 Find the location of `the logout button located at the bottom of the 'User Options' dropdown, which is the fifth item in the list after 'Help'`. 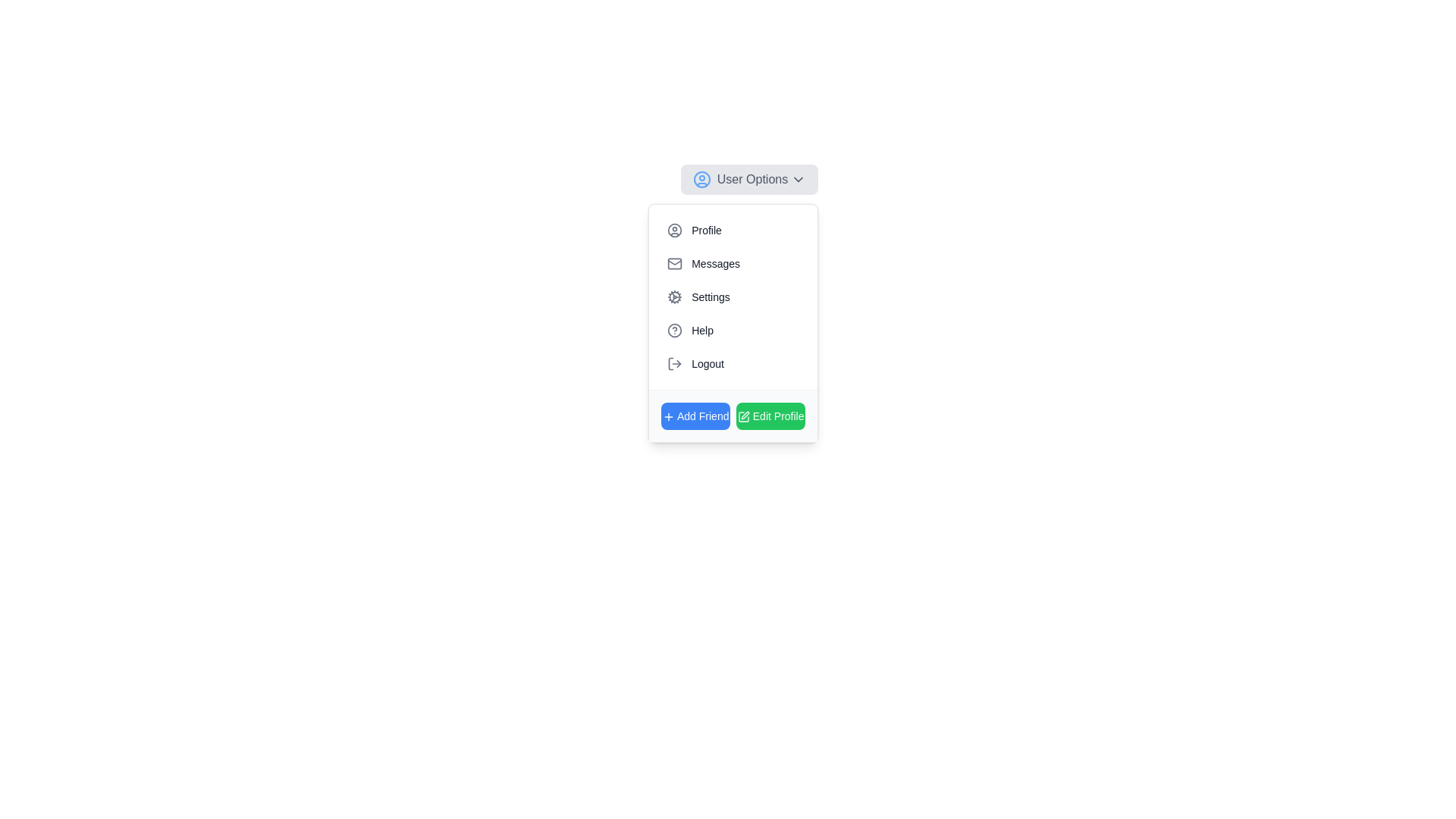

the logout button located at the bottom of the 'User Options' dropdown, which is the fifth item in the list after 'Help' is located at coordinates (733, 363).